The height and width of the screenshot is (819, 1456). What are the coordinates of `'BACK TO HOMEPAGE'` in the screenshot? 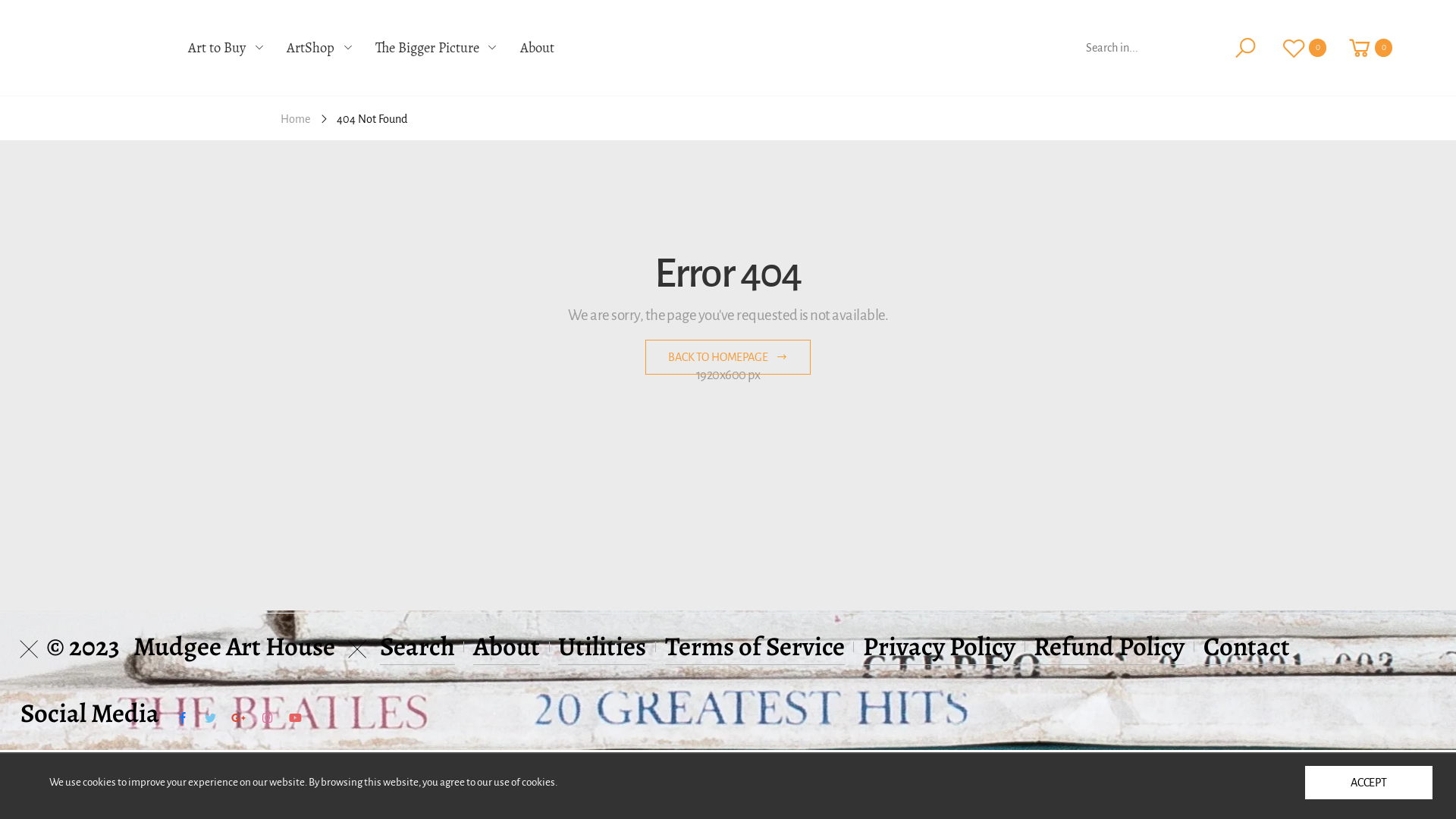 It's located at (728, 356).